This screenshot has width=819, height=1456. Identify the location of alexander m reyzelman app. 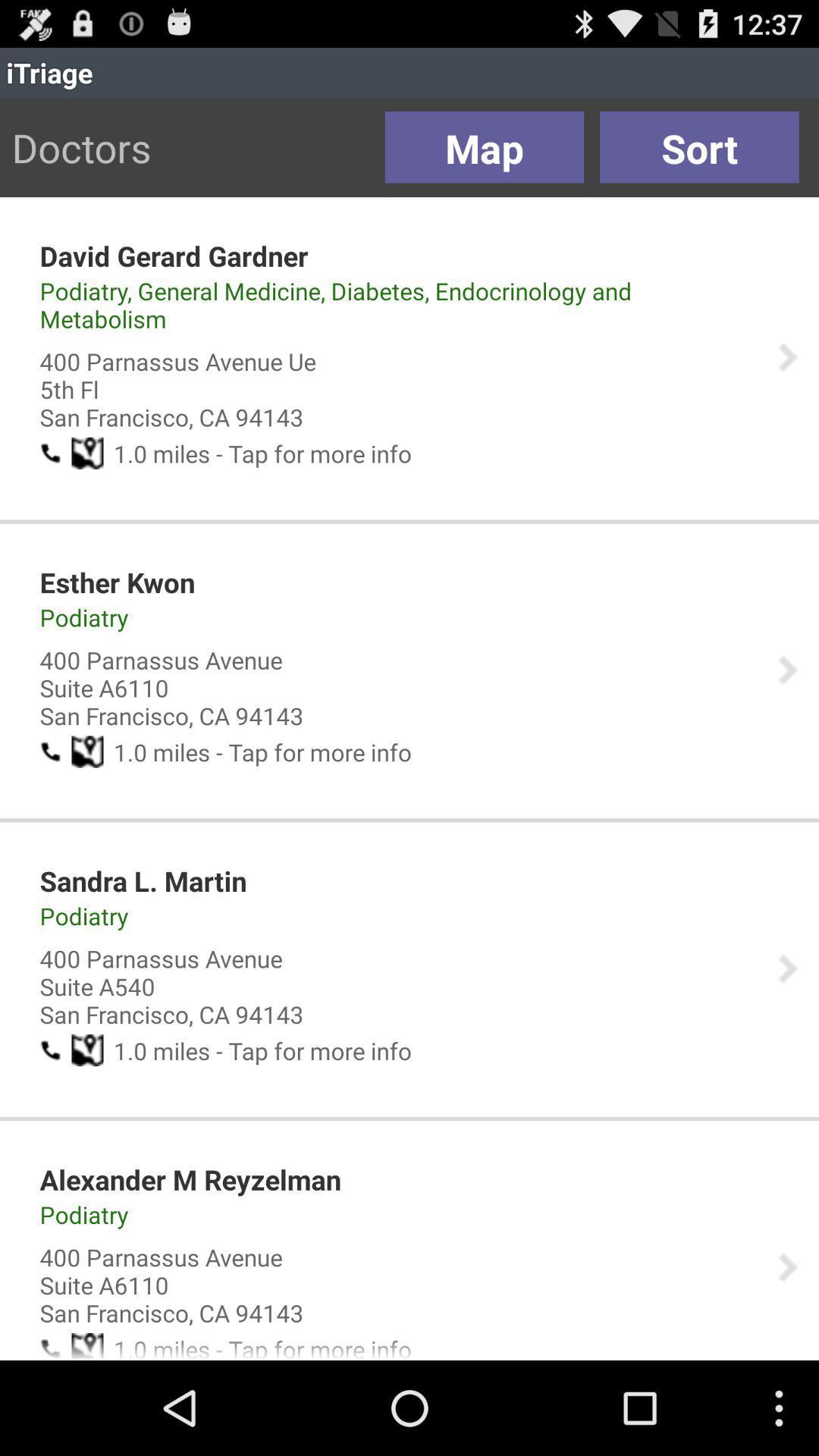
(190, 1178).